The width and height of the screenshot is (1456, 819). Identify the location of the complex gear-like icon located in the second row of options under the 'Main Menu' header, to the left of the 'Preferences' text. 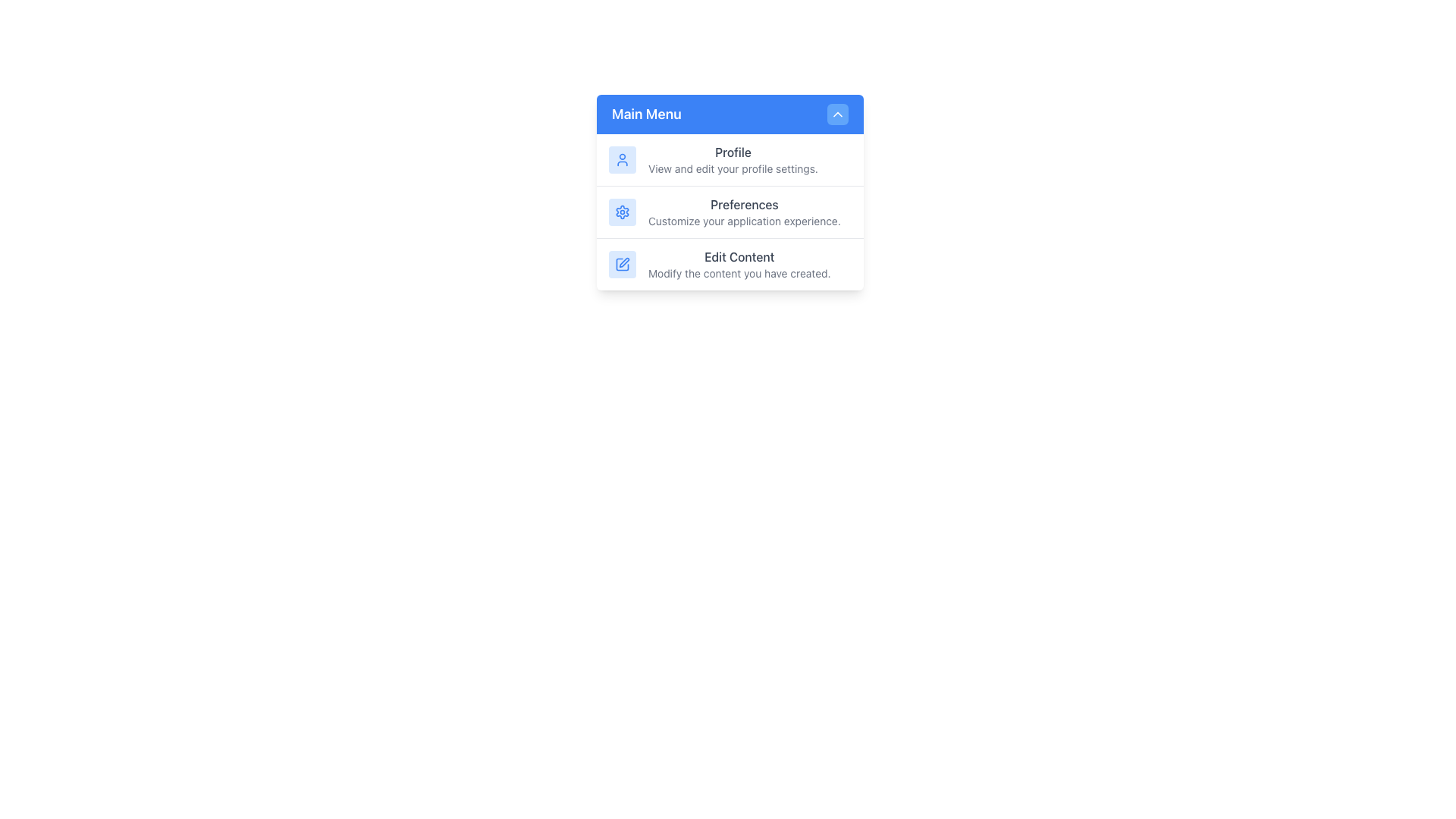
(622, 212).